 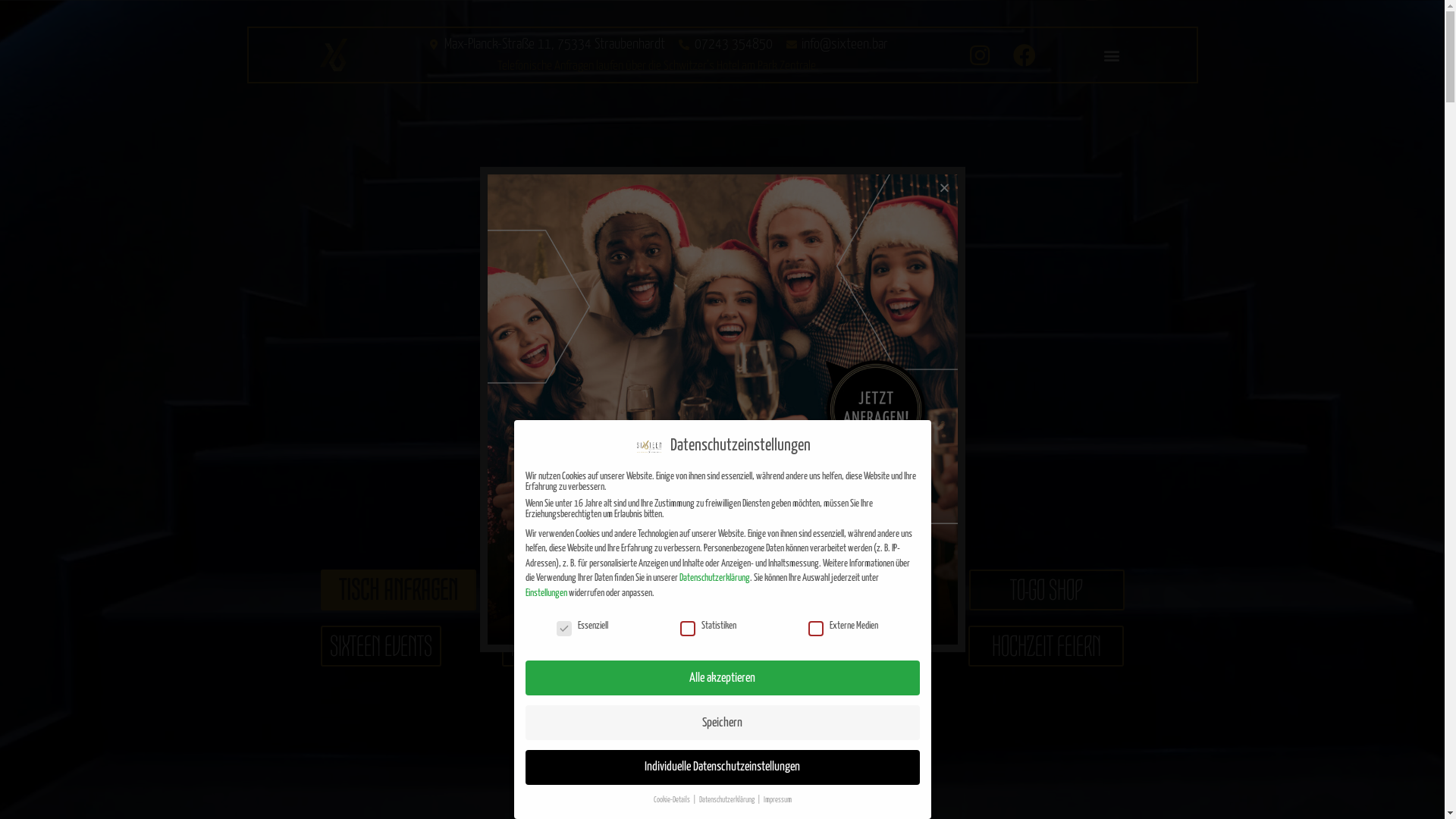 What do you see at coordinates (777, 799) in the screenshot?
I see `'Impressum'` at bounding box center [777, 799].